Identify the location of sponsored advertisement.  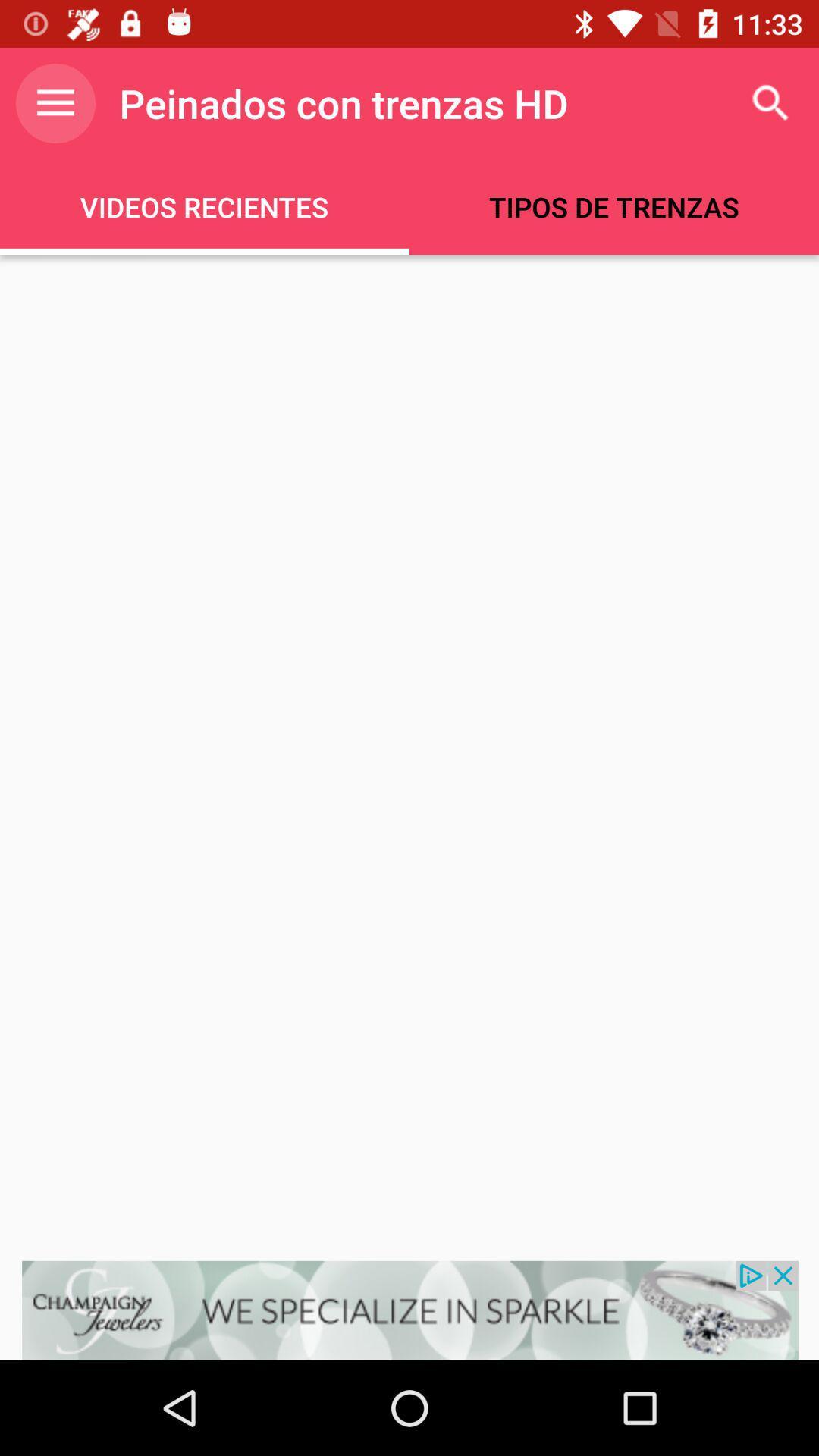
(409, 1310).